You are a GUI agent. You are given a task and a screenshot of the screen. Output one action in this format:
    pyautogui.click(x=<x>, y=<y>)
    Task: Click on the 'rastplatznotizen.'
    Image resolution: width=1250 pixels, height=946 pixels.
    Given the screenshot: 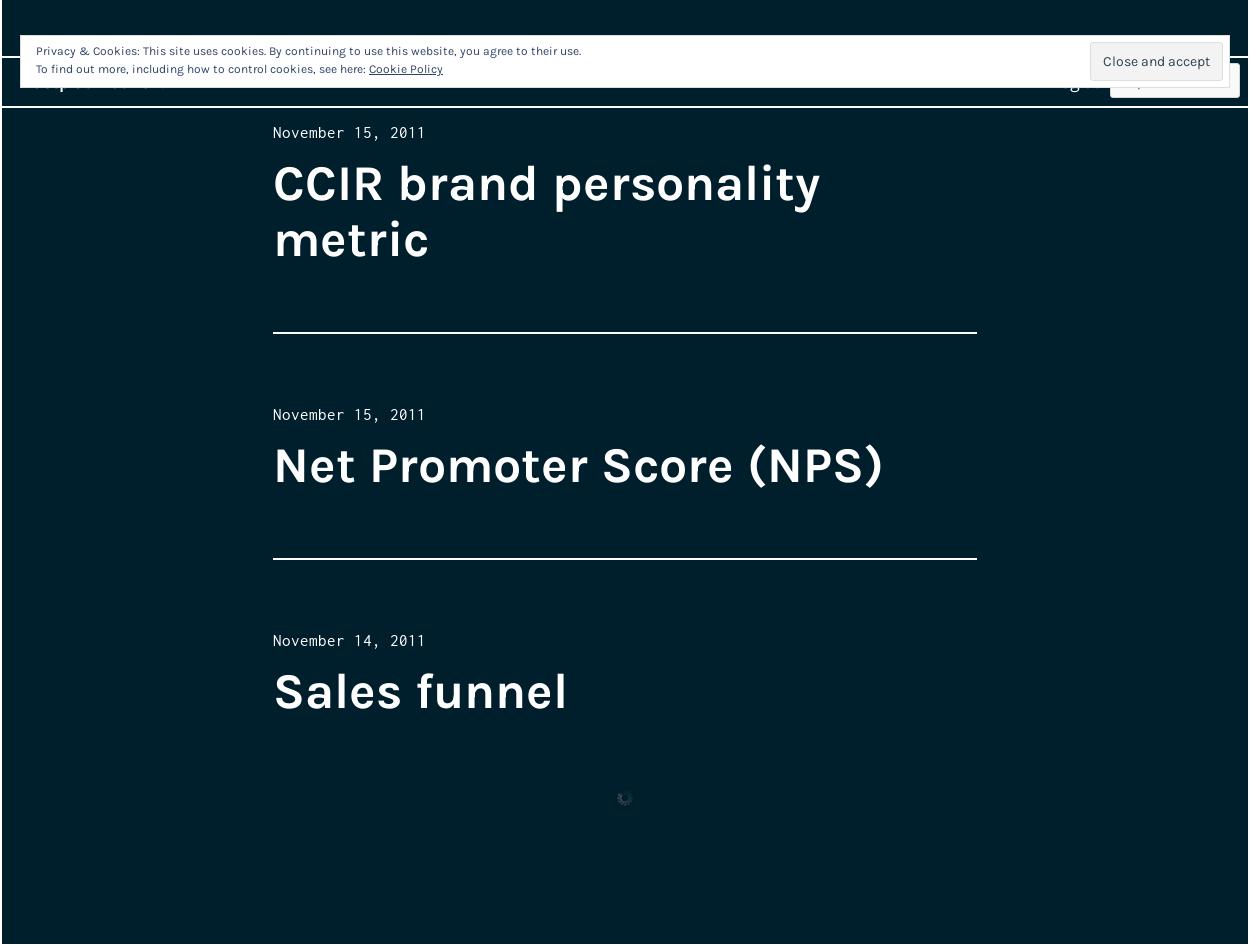 What is the action you would take?
    pyautogui.click(x=94, y=130)
    